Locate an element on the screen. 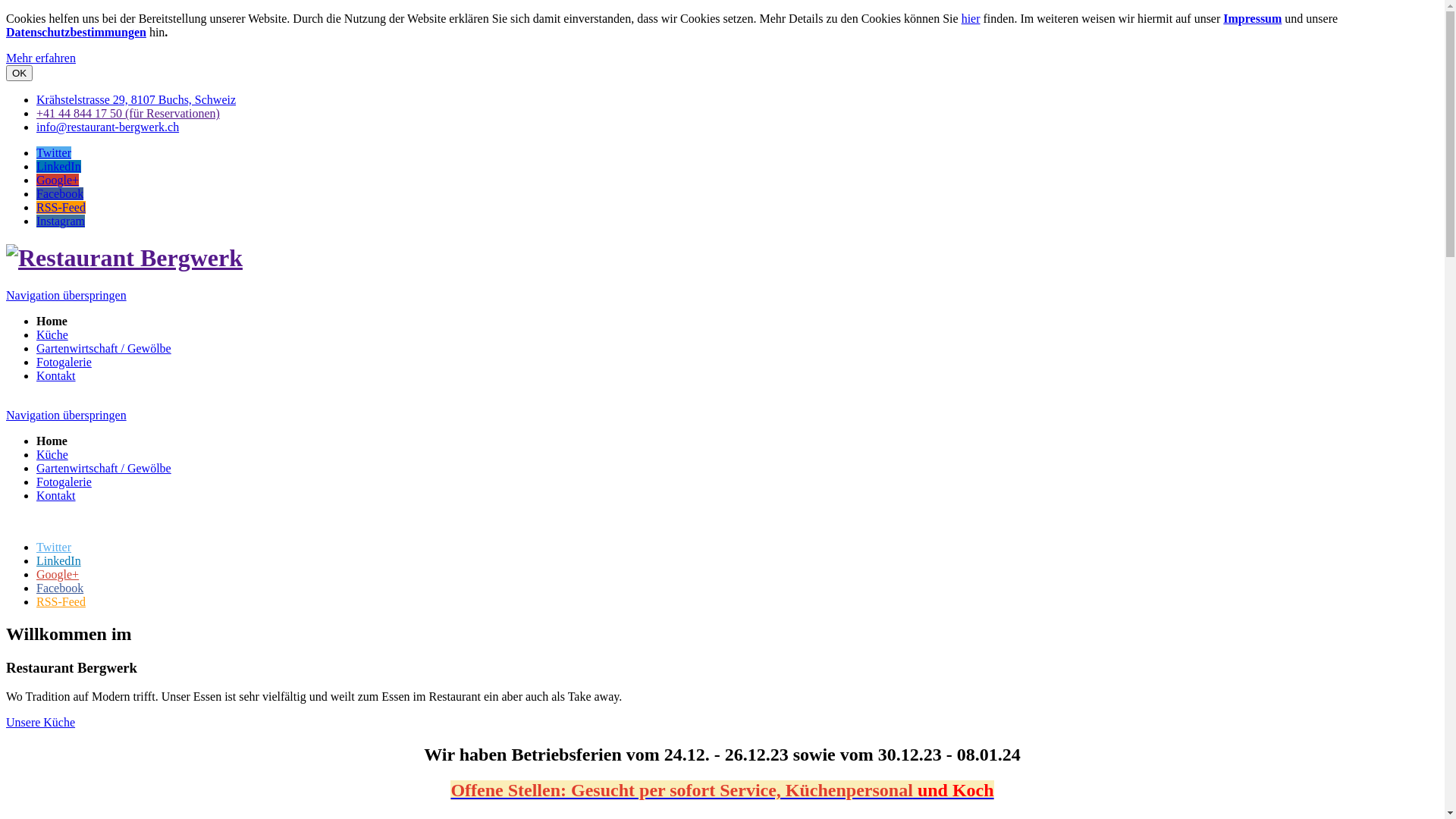 The image size is (1456, 819). ' ' is located at coordinates (7, 520).